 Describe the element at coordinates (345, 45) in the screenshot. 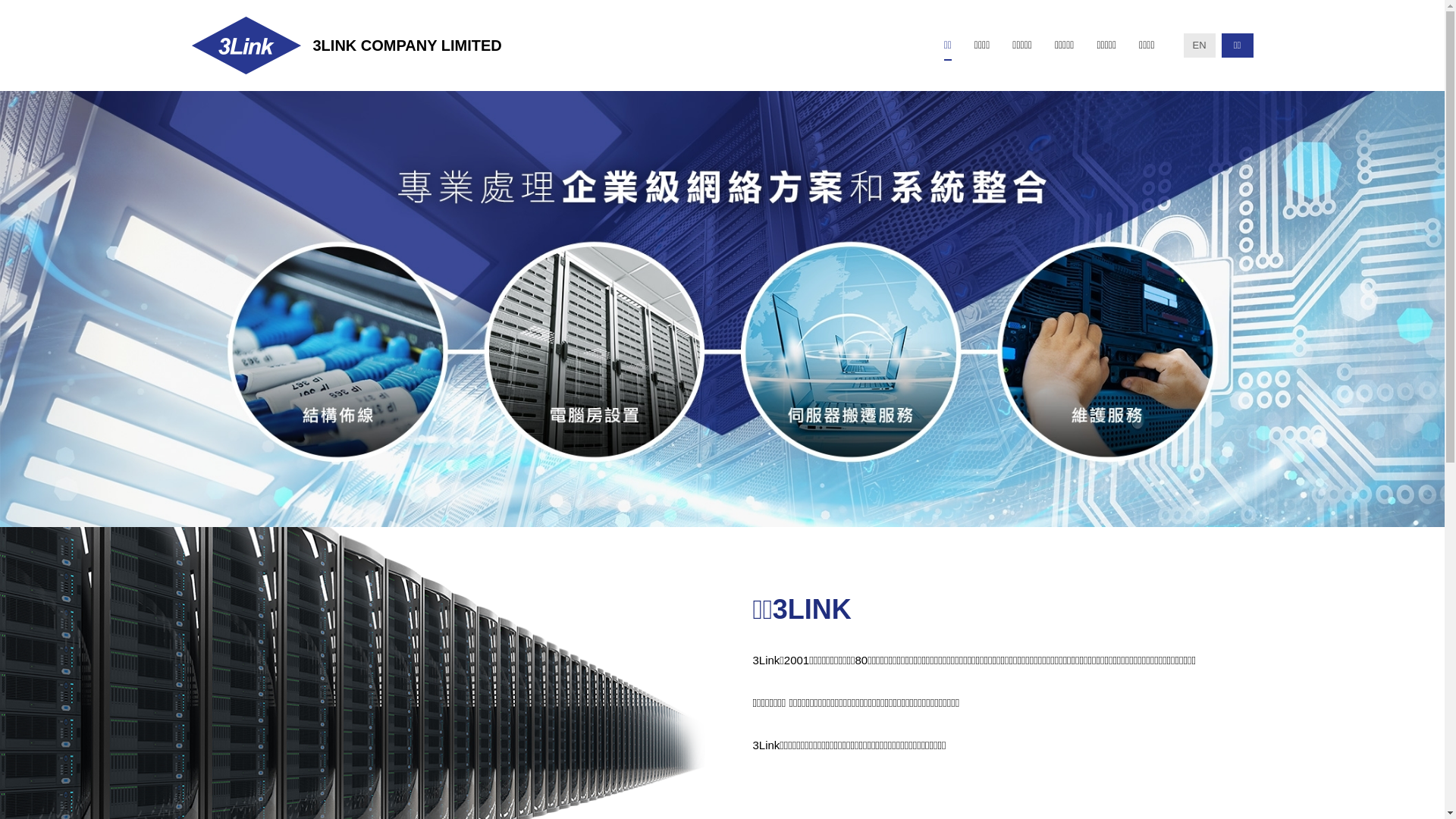

I see `'3LINK COMPANY LIMITED'` at that location.